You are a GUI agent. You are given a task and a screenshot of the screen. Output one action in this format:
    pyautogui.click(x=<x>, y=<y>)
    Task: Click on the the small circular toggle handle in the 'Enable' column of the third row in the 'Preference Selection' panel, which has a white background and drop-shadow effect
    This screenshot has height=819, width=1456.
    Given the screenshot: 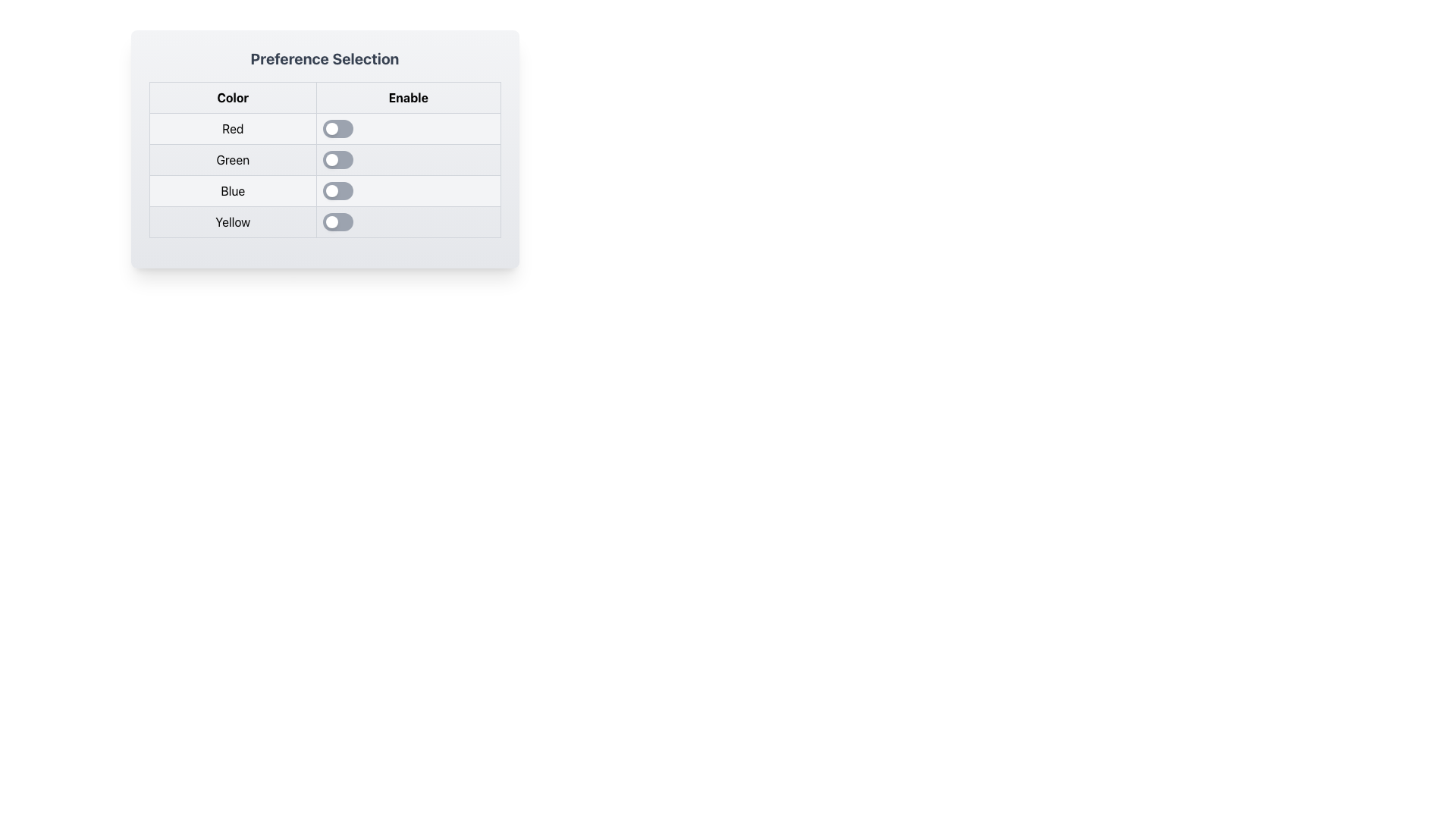 What is the action you would take?
    pyautogui.click(x=331, y=190)
    